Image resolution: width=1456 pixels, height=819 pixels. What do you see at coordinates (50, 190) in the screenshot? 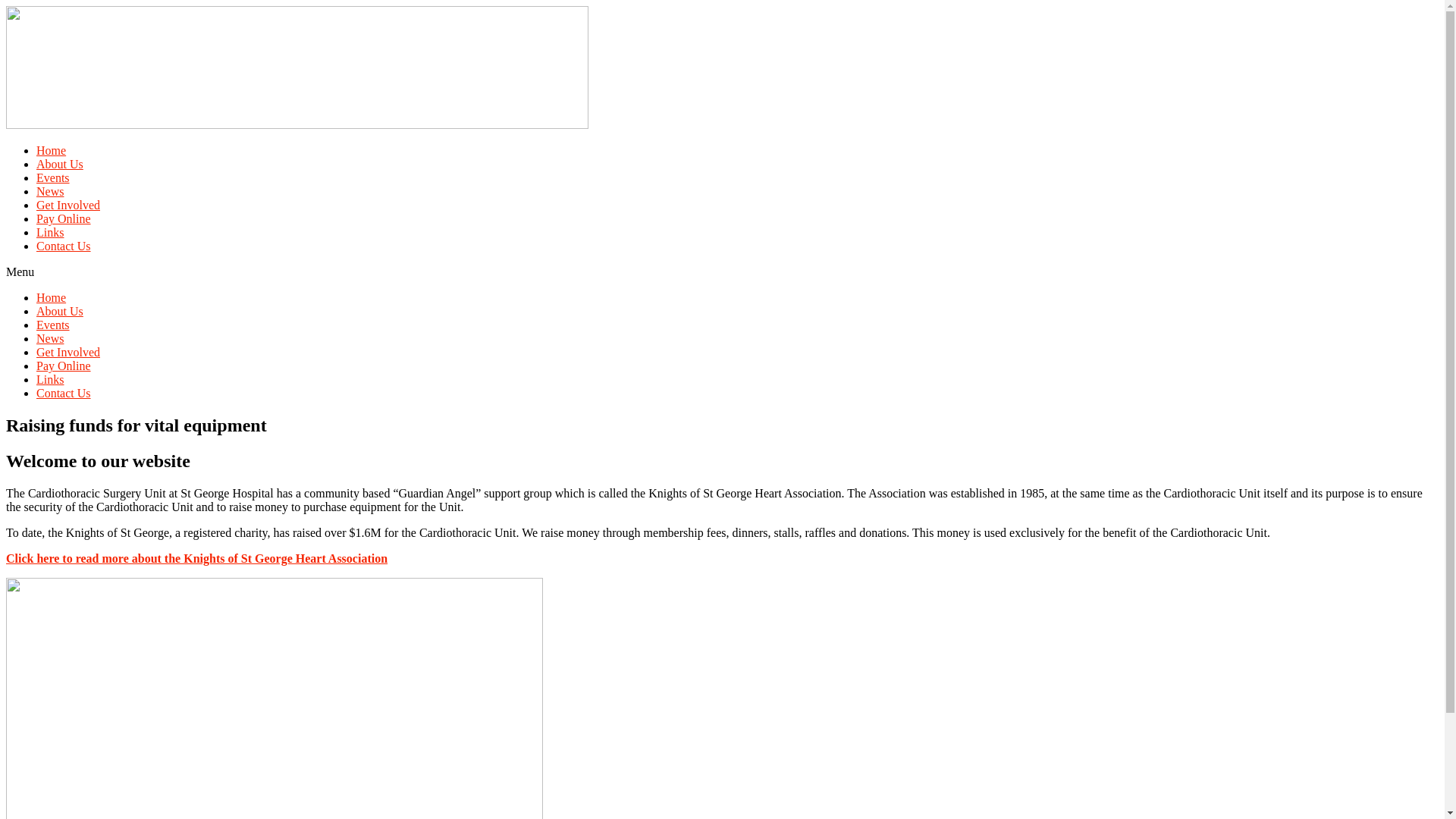
I see `'News'` at bounding box center [50, 190].